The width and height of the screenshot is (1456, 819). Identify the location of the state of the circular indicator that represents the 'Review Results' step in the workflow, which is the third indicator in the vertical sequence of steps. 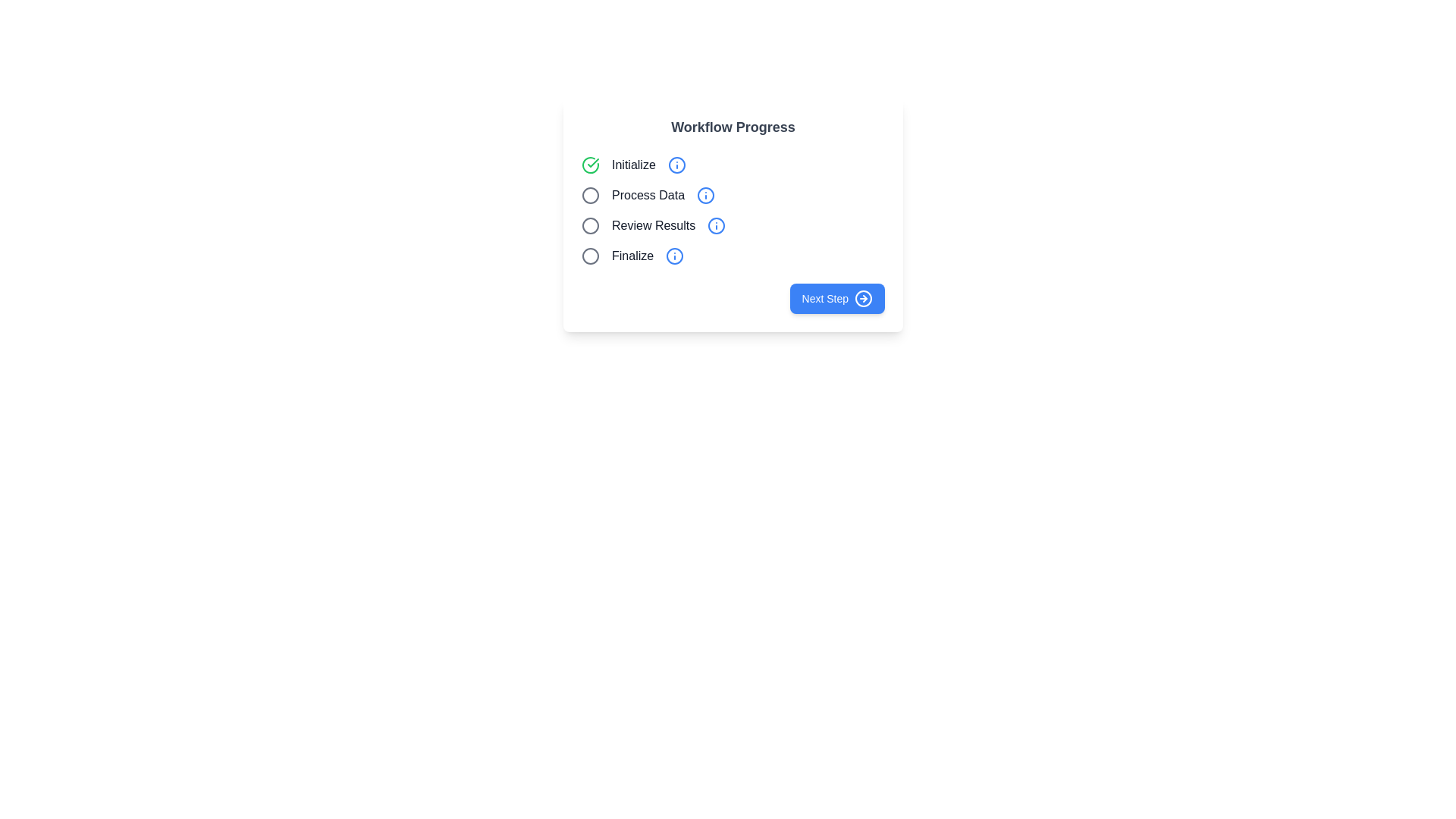
(589, 225).